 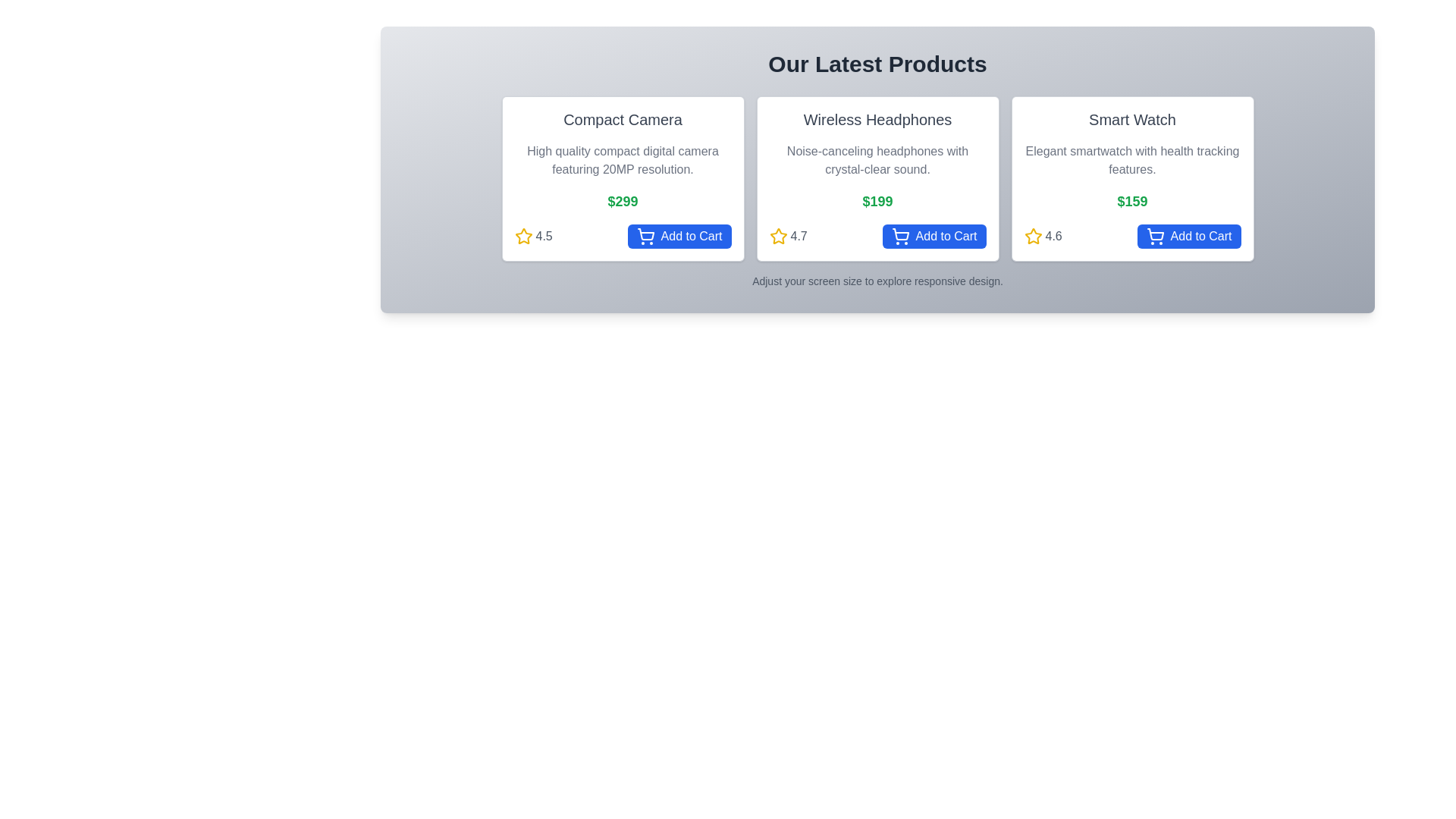 I want to click on the Text Block element that contains the text 'Noise-canceling headphones with crystal-clear sound.' positioned below the title 'Wireless Headphones.', so click(x=877, y=161).